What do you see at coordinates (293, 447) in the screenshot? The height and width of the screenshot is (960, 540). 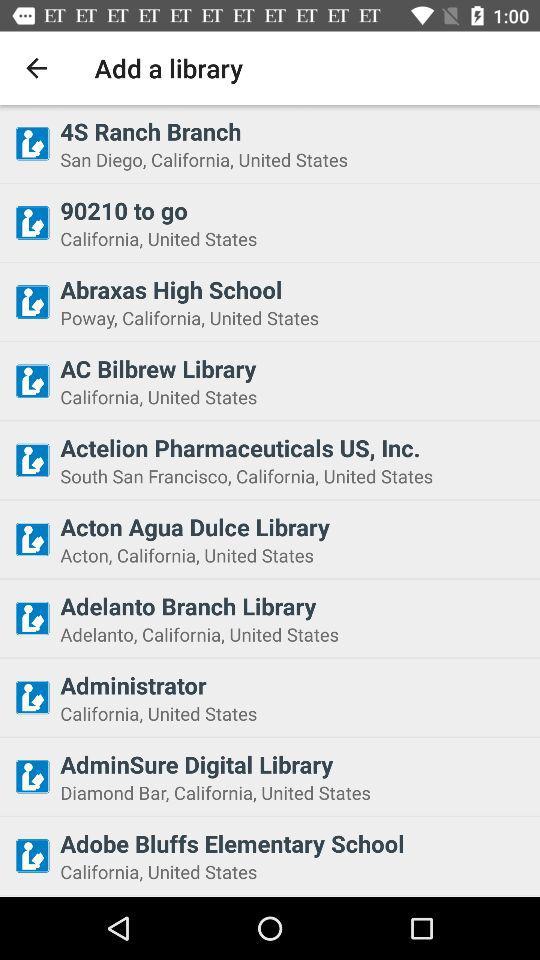 I see `icon above south san francisco icon` at bounding box center [293, 447].